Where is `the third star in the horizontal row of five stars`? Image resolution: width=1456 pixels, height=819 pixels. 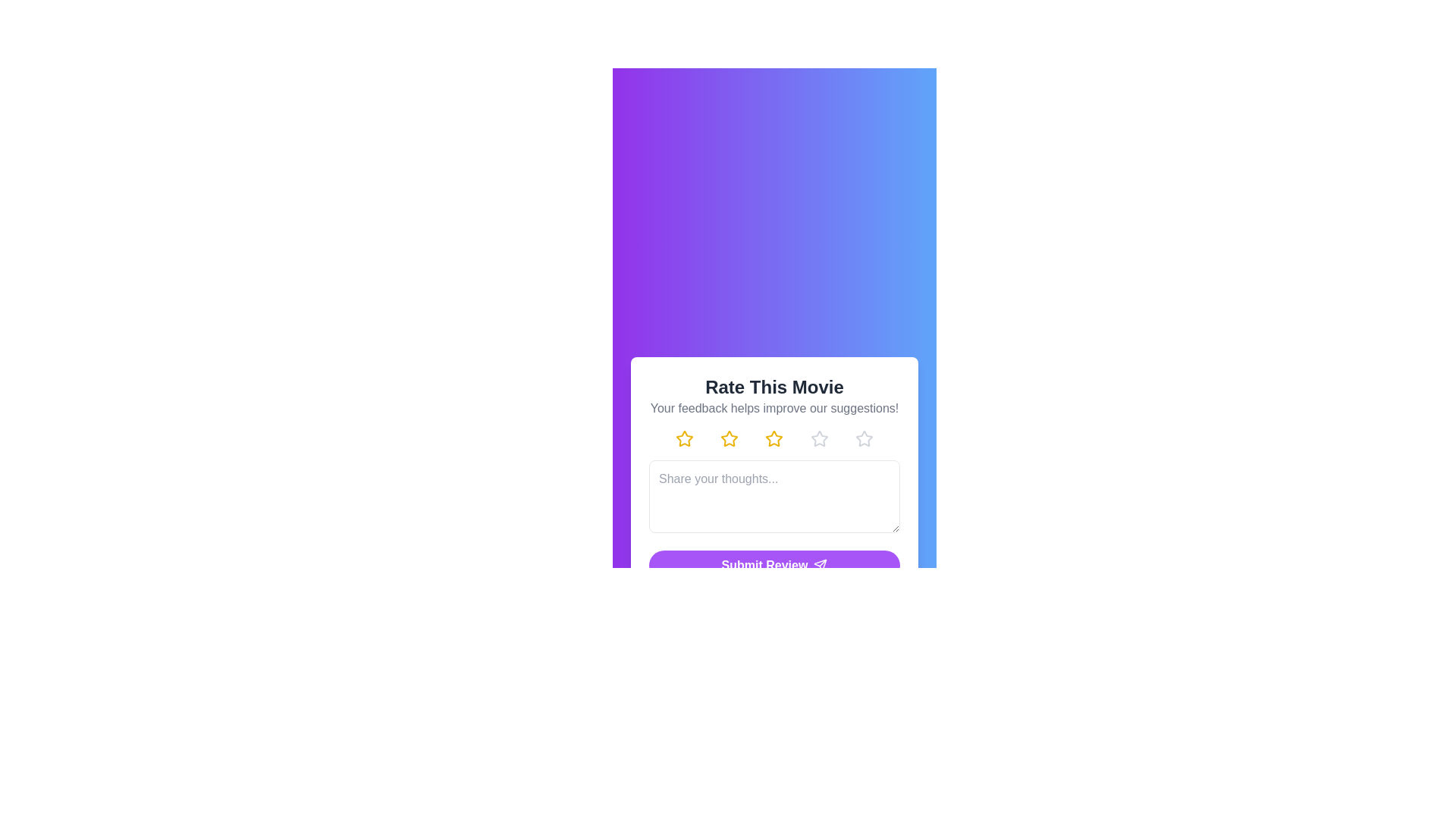
the third star in the horizontal row of five stars is located at coordinates (774, 438).